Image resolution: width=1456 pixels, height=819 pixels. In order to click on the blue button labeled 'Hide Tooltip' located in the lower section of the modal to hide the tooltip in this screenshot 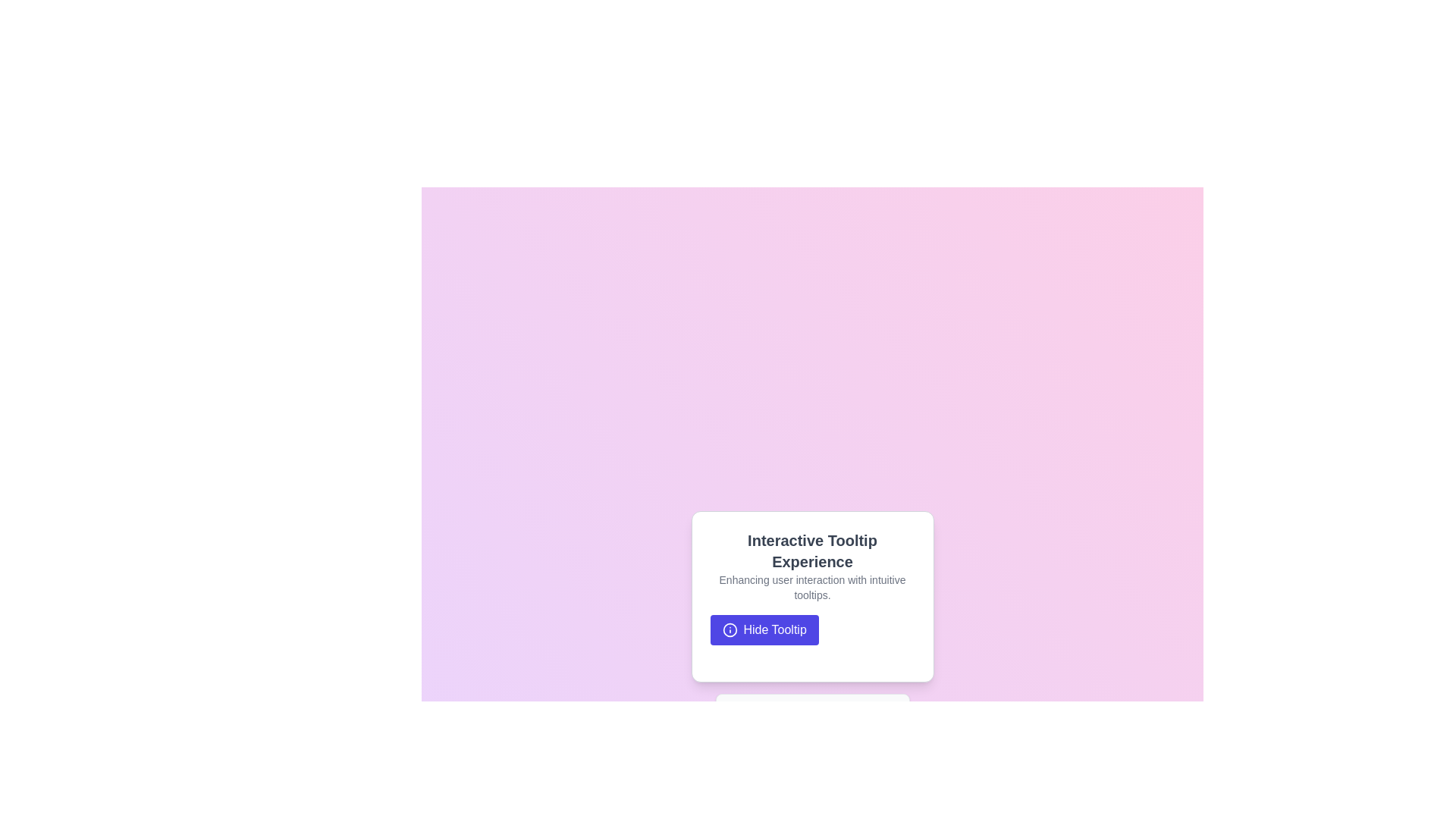, I will do `click(764, 629)`.